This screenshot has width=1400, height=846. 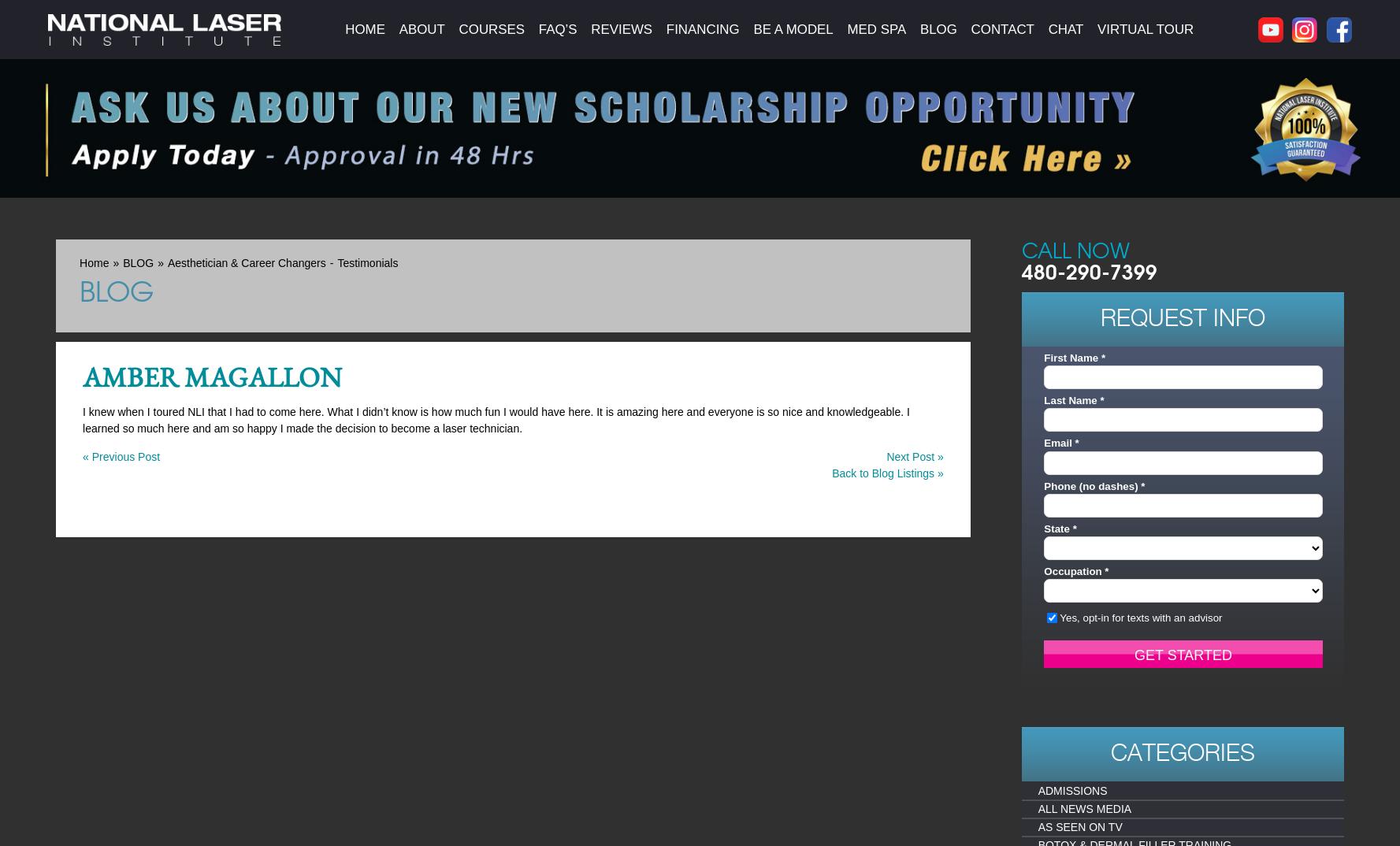 What do you see at coordinates (556, 28) in the screenshot?
I see `'FAQ’s'` at bounding box center [556, 28].